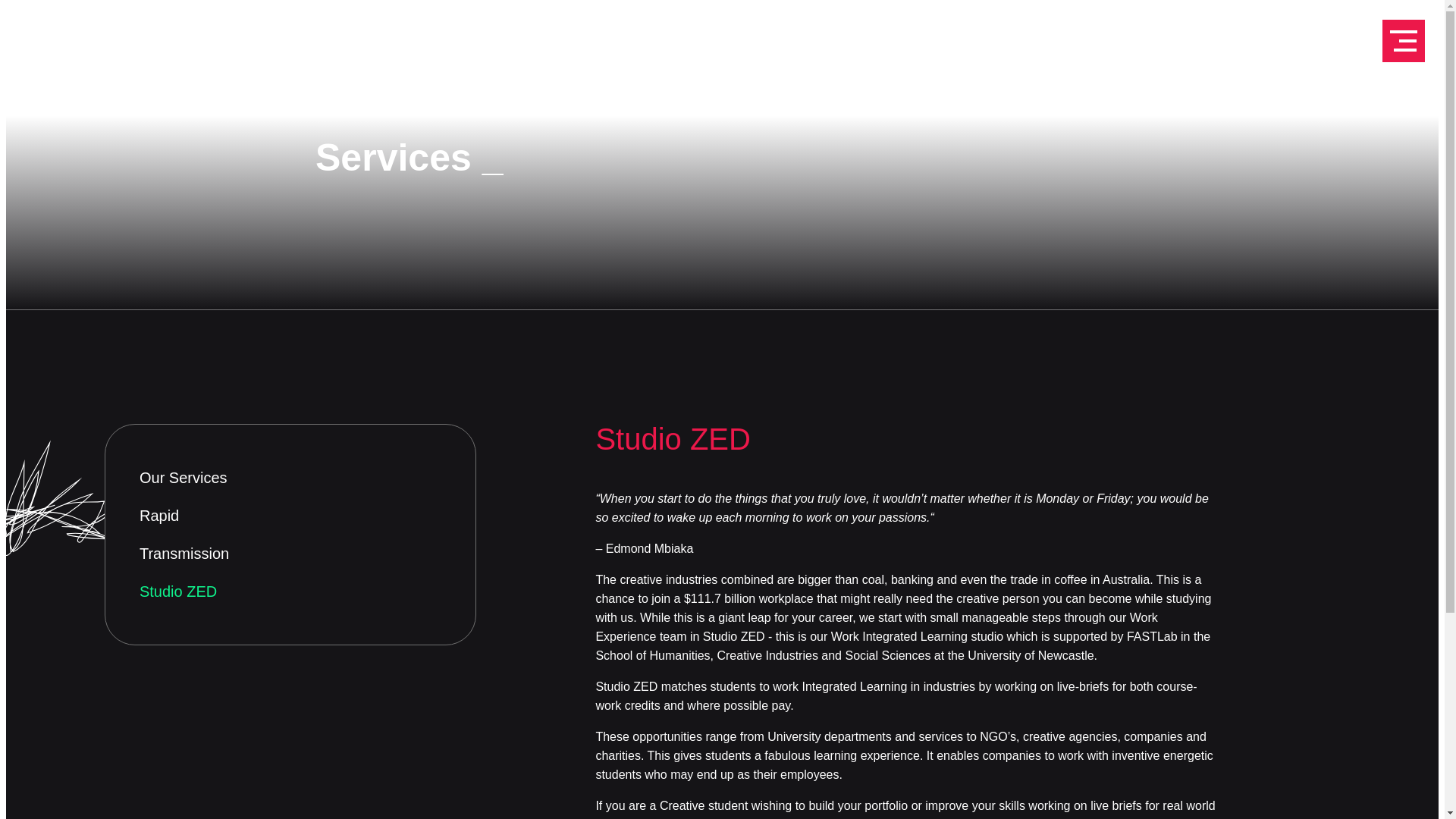 This screenshot has height=819, width=1456. I want to click on 'Studio ZED', so click(290, 590).